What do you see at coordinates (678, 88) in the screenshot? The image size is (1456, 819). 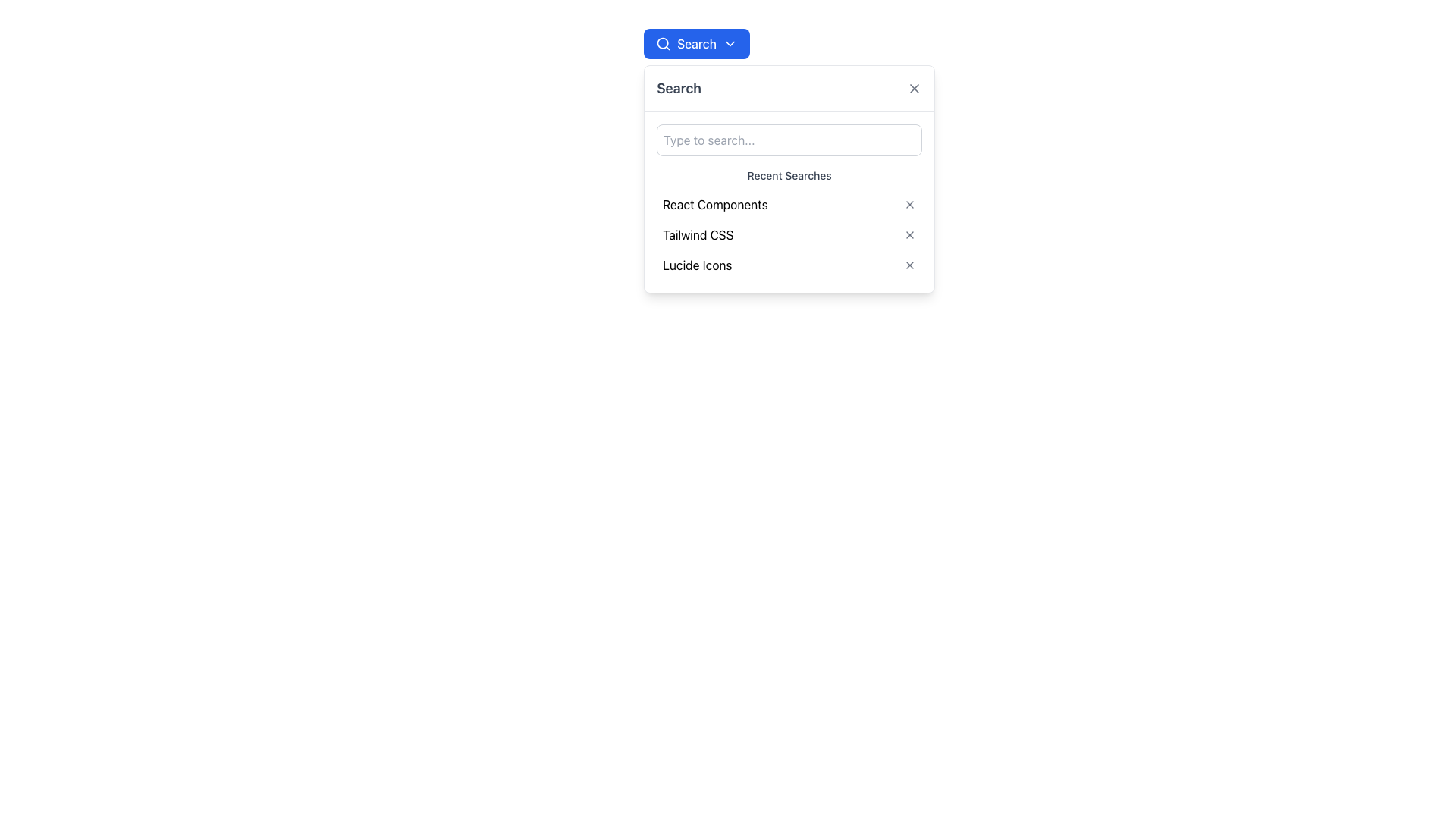 I see `the text label reading 'Search', which is a large, bold, dark gray title located at the top section of the dropdown panel` at bounding box center [678, 88].